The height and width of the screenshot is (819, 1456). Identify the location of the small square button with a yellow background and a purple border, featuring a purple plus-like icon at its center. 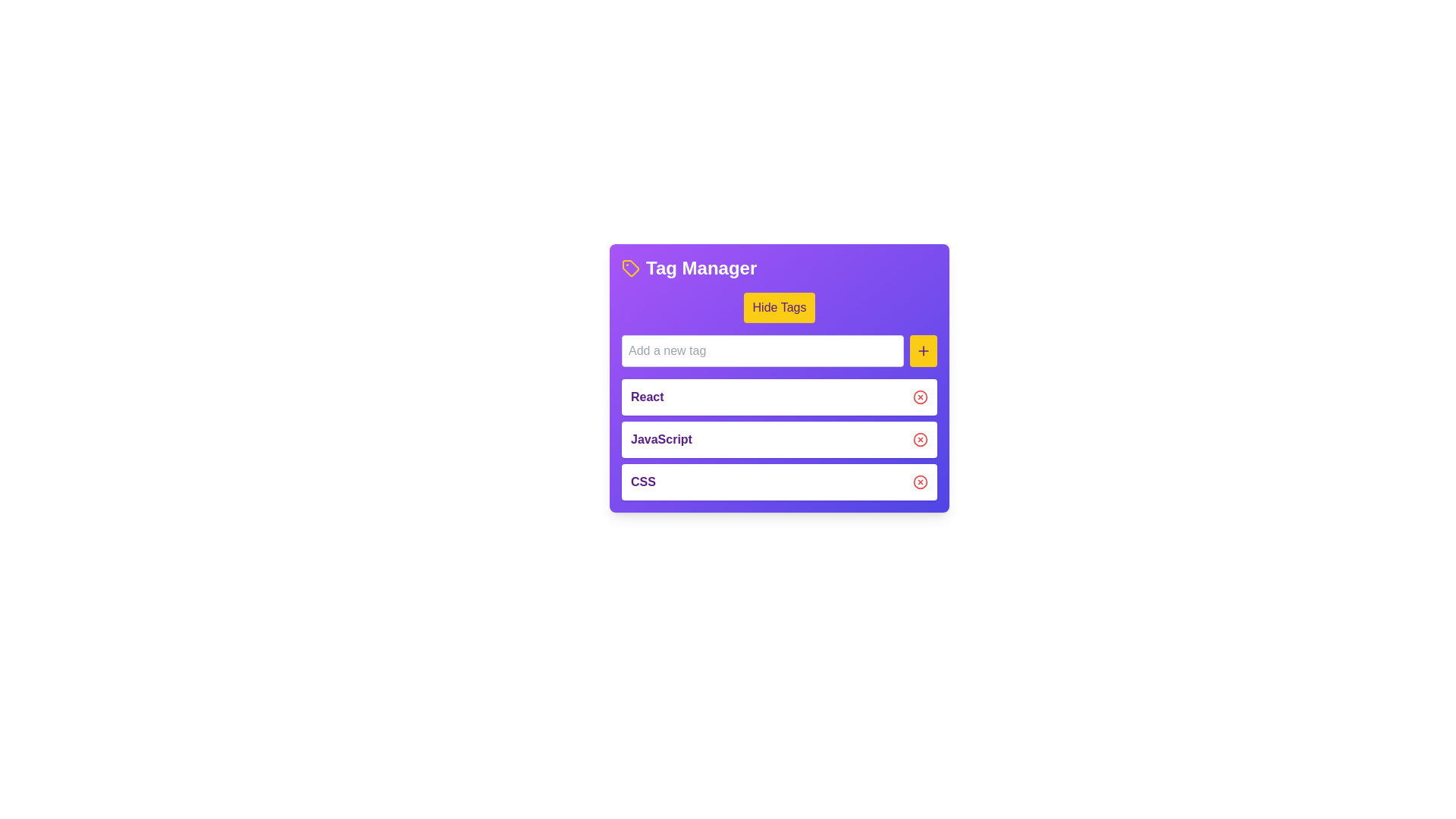
(923, 350).